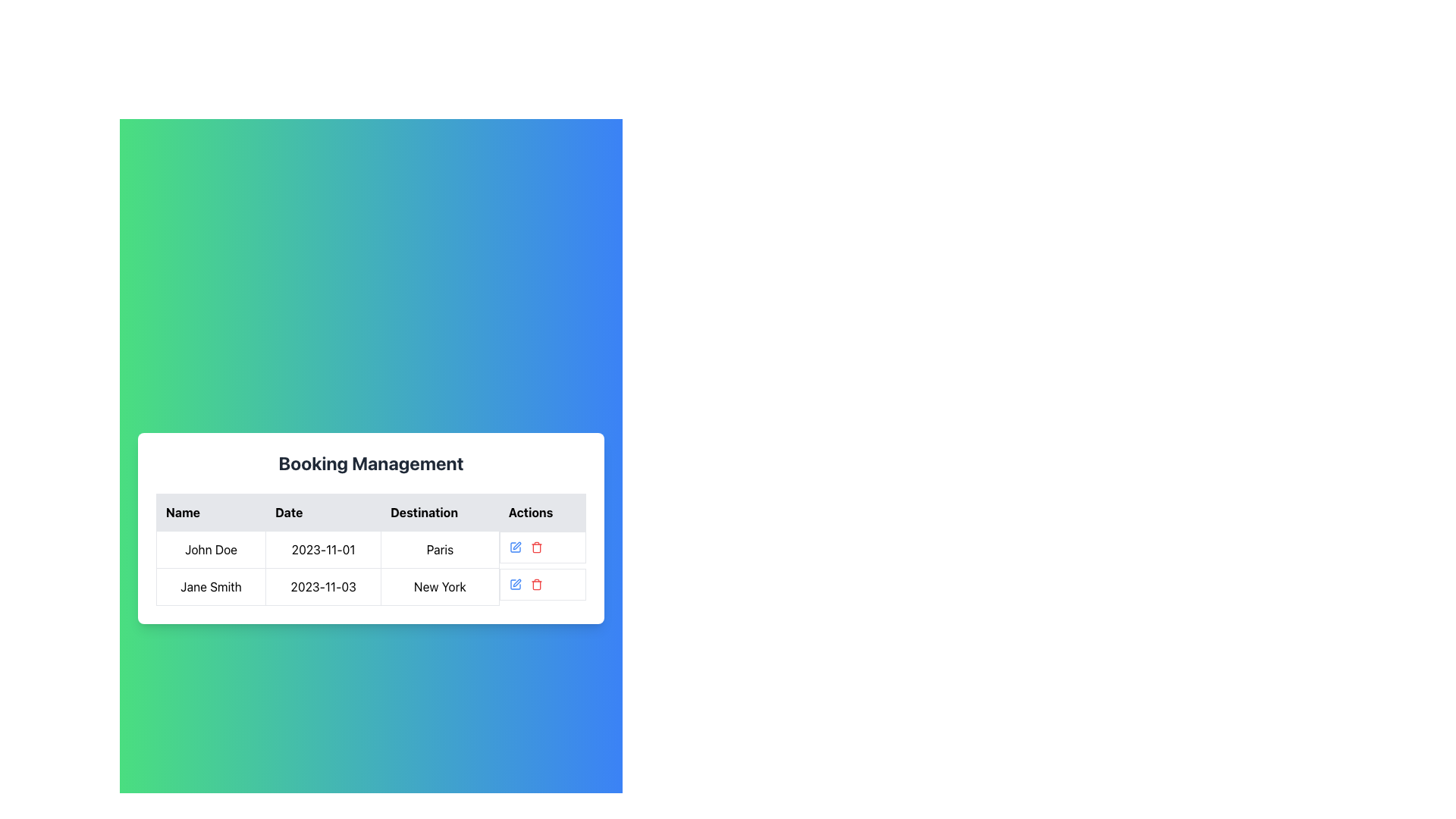 Image resolution: width=1456 pixels, height=819 pixels. I want to click on the table cell containing the text 'John Doe' located in the first row under the 'Name' column, so click(210, 550).